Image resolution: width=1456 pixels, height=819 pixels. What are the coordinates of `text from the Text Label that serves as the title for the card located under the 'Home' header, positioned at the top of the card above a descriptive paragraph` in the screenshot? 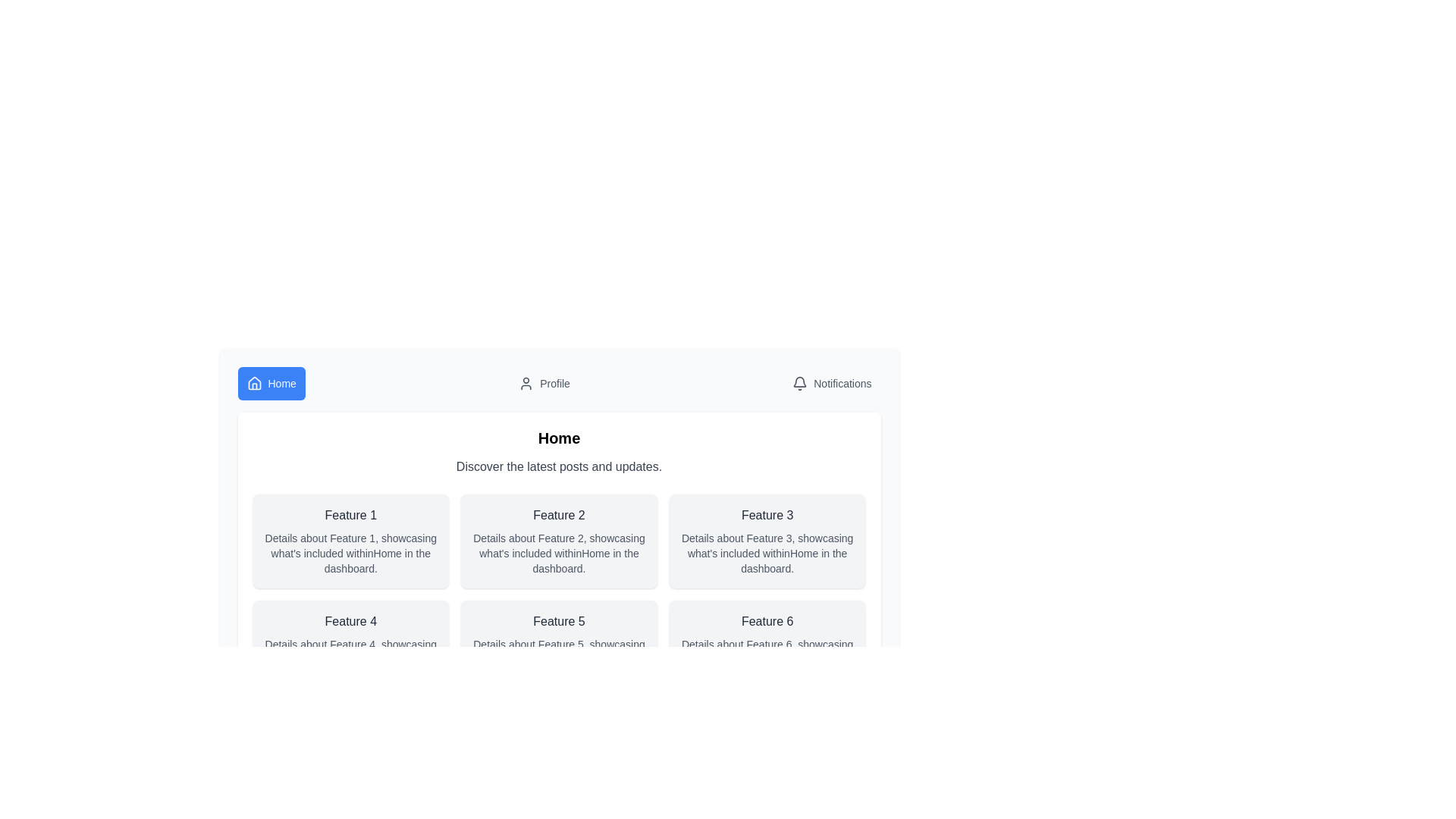 It's located at (350, 514).